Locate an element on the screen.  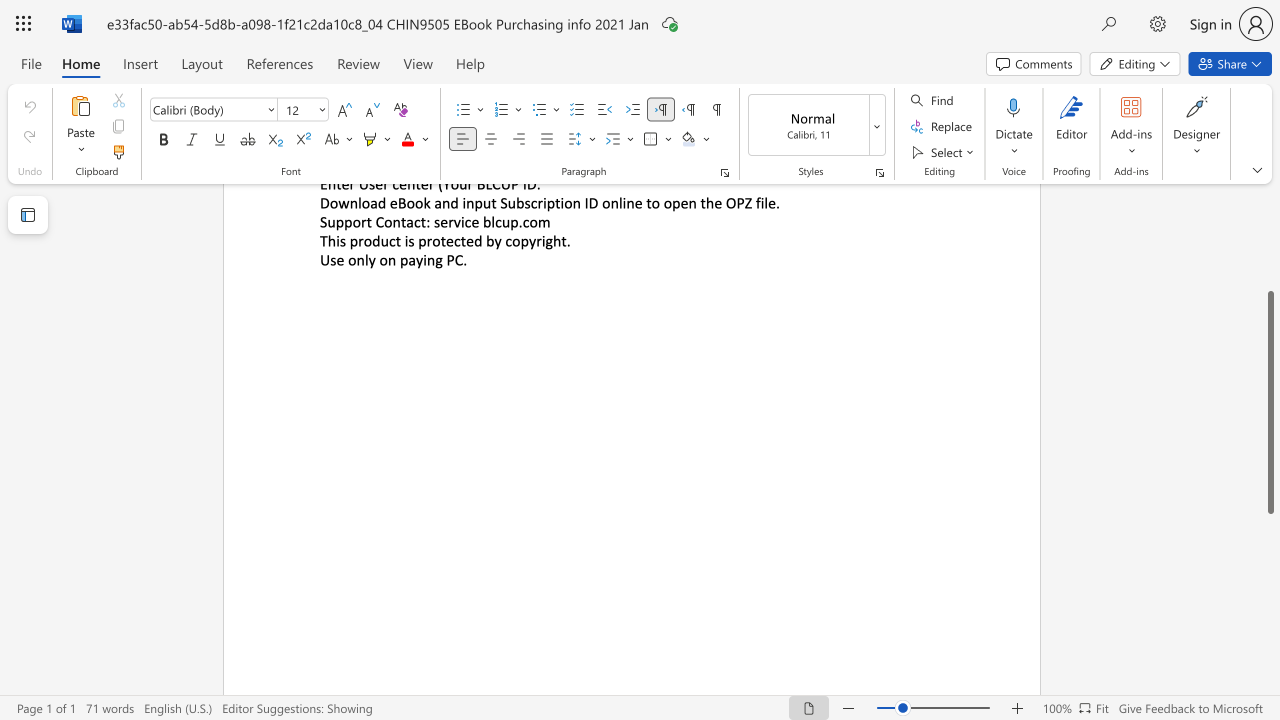
the scrollbar and move down 360 pixels is located at coordinates (1269, 402).